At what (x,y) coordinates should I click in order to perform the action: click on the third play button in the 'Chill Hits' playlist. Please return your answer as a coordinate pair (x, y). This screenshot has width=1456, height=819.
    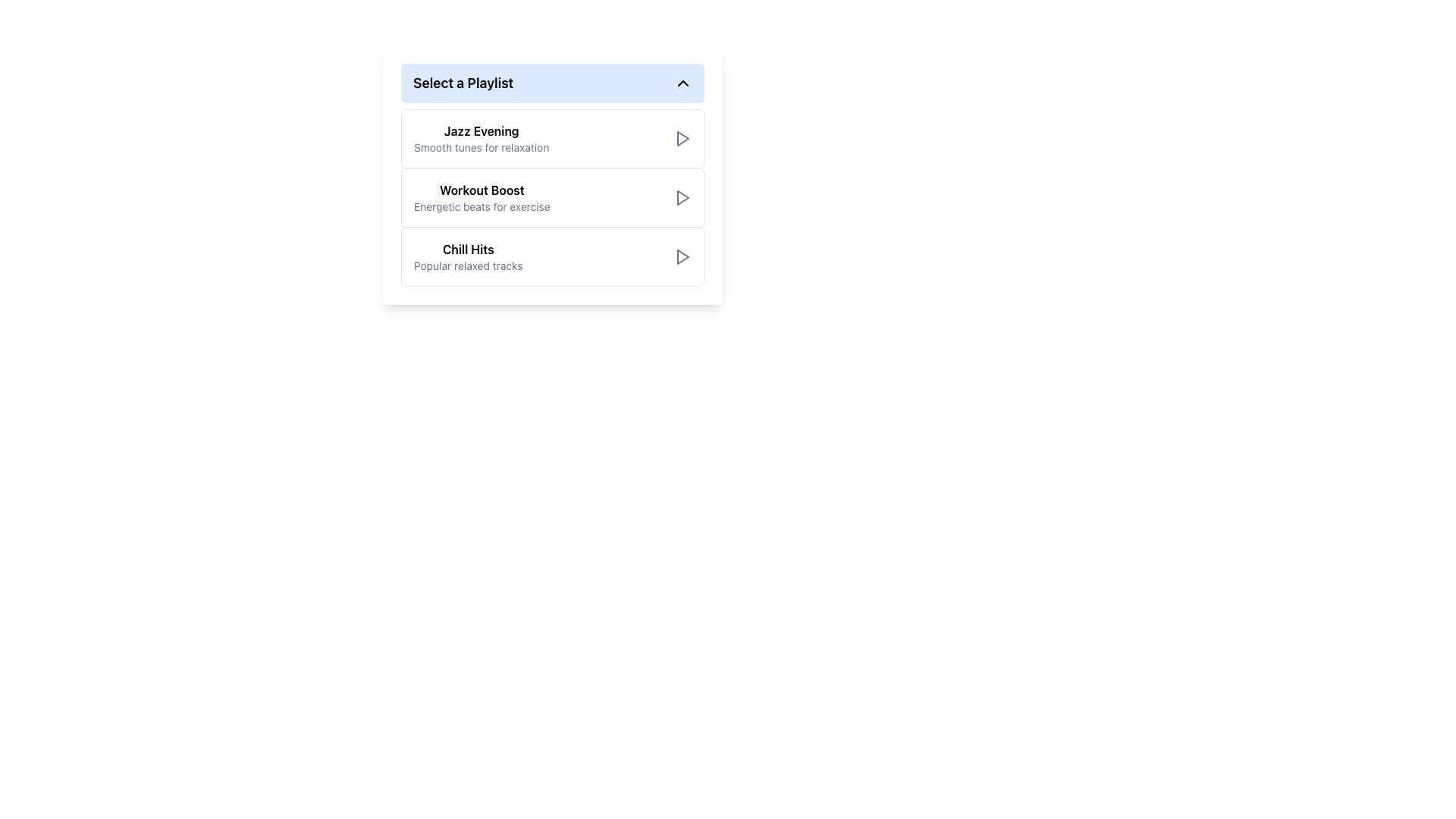
    Looking at the image, I should click on (682, 256).